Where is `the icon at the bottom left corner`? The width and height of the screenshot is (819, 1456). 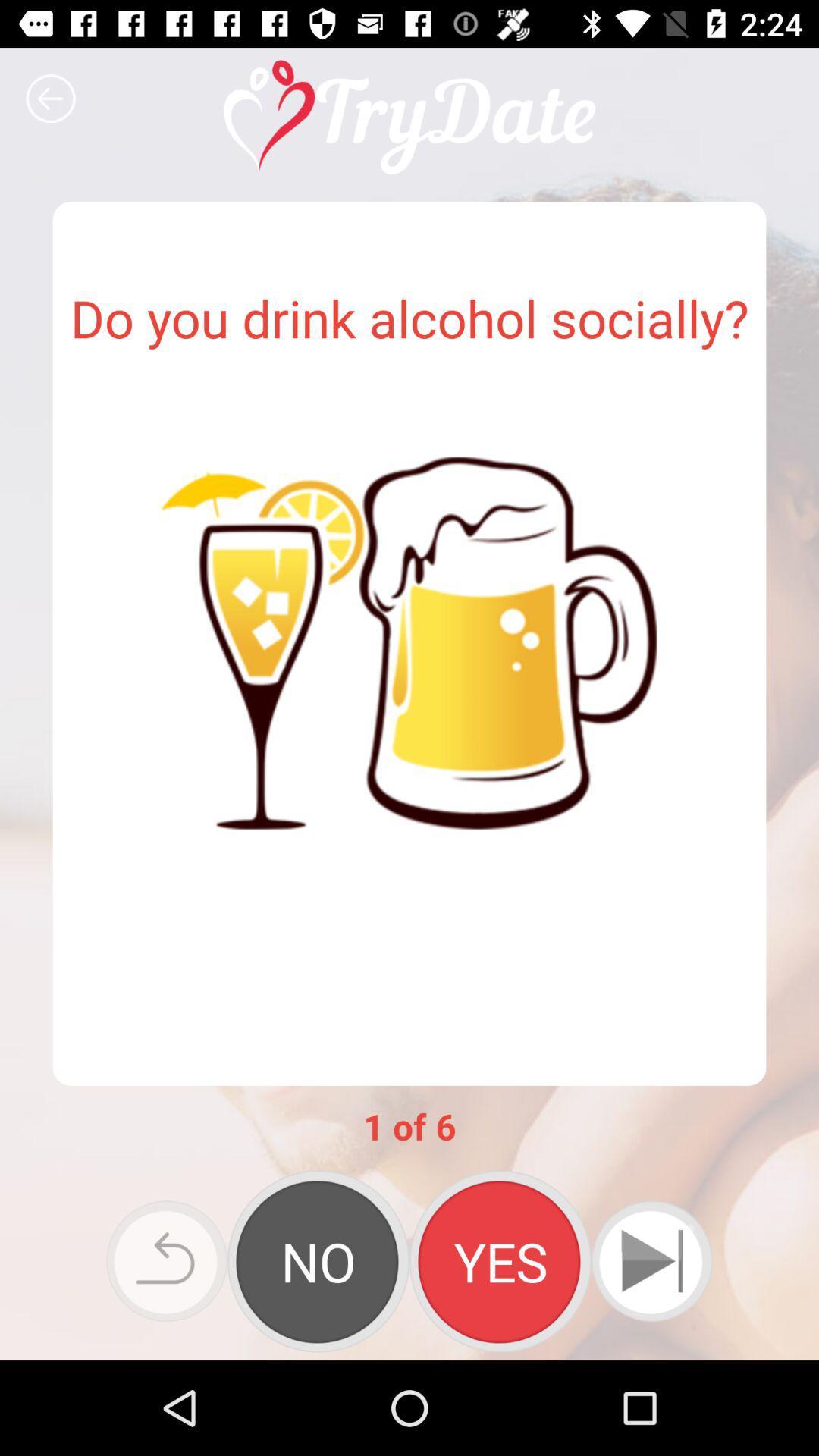
the icon at the bottom left corner is located at coordinates (167, 1261).